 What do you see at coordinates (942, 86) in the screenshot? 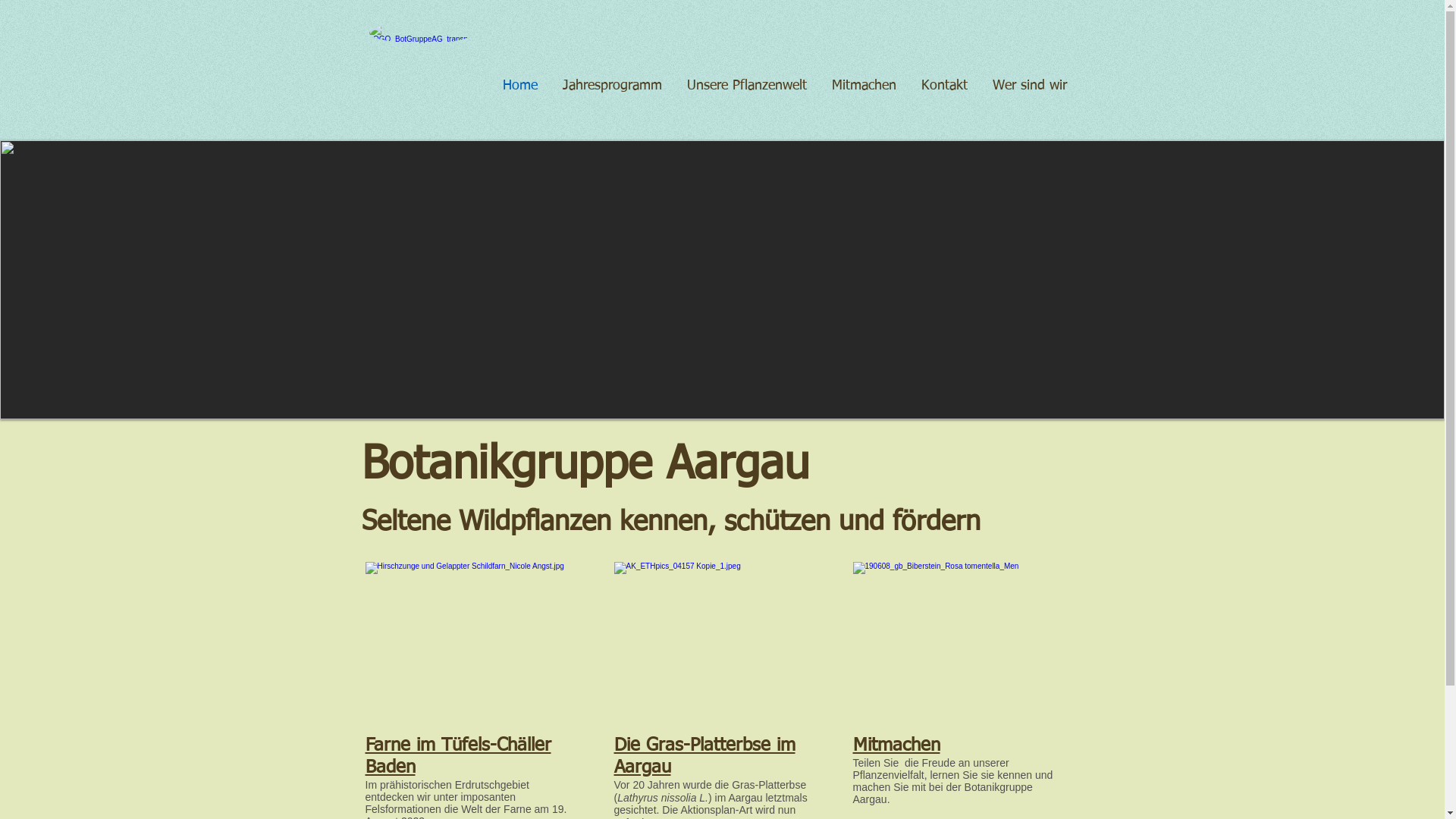
I see `'Kontakt'` at bounding box center [942, 86].